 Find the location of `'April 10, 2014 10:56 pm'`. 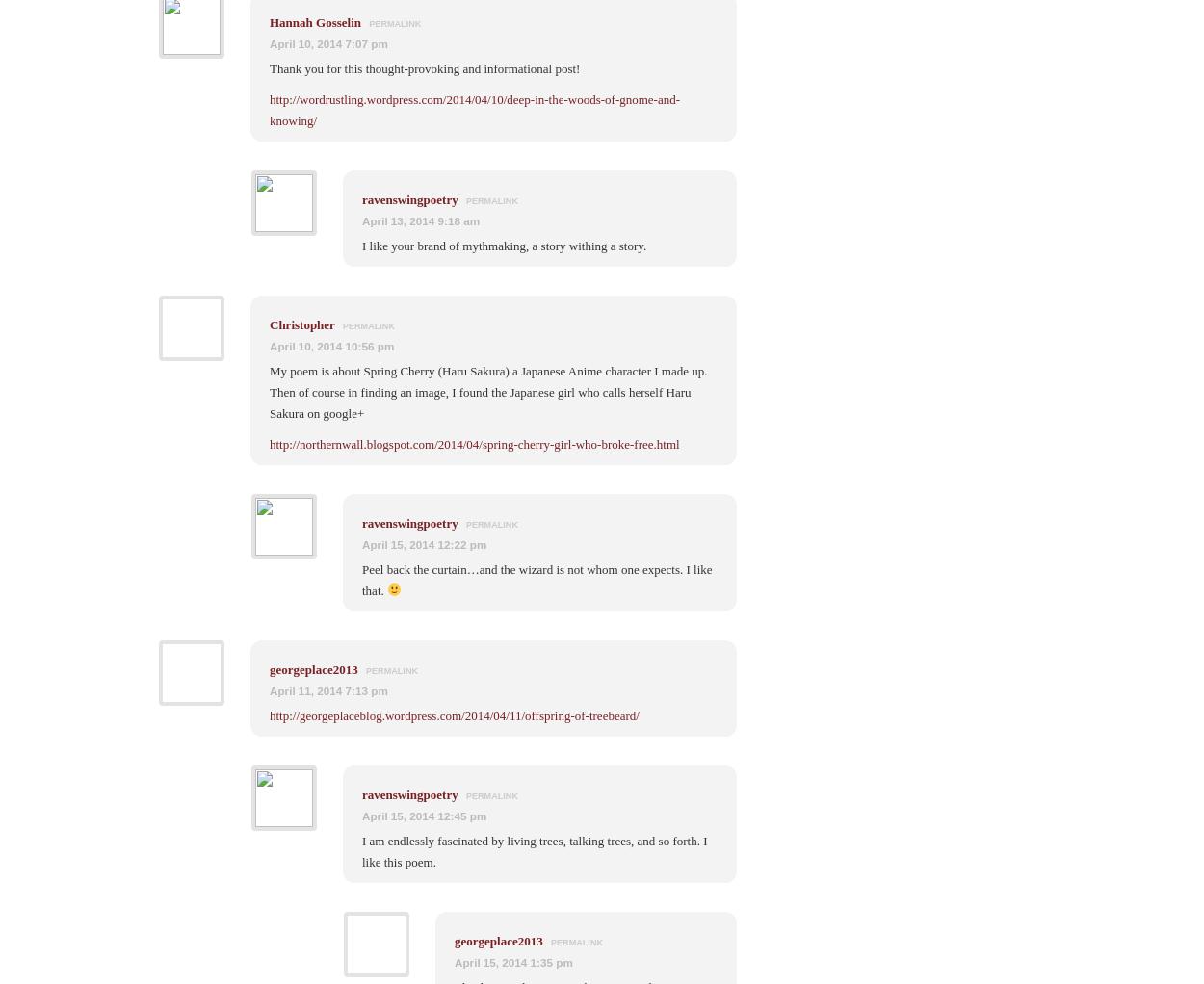

'April 10, 2014 10:56 pm' is located at coordinates (330, 345).